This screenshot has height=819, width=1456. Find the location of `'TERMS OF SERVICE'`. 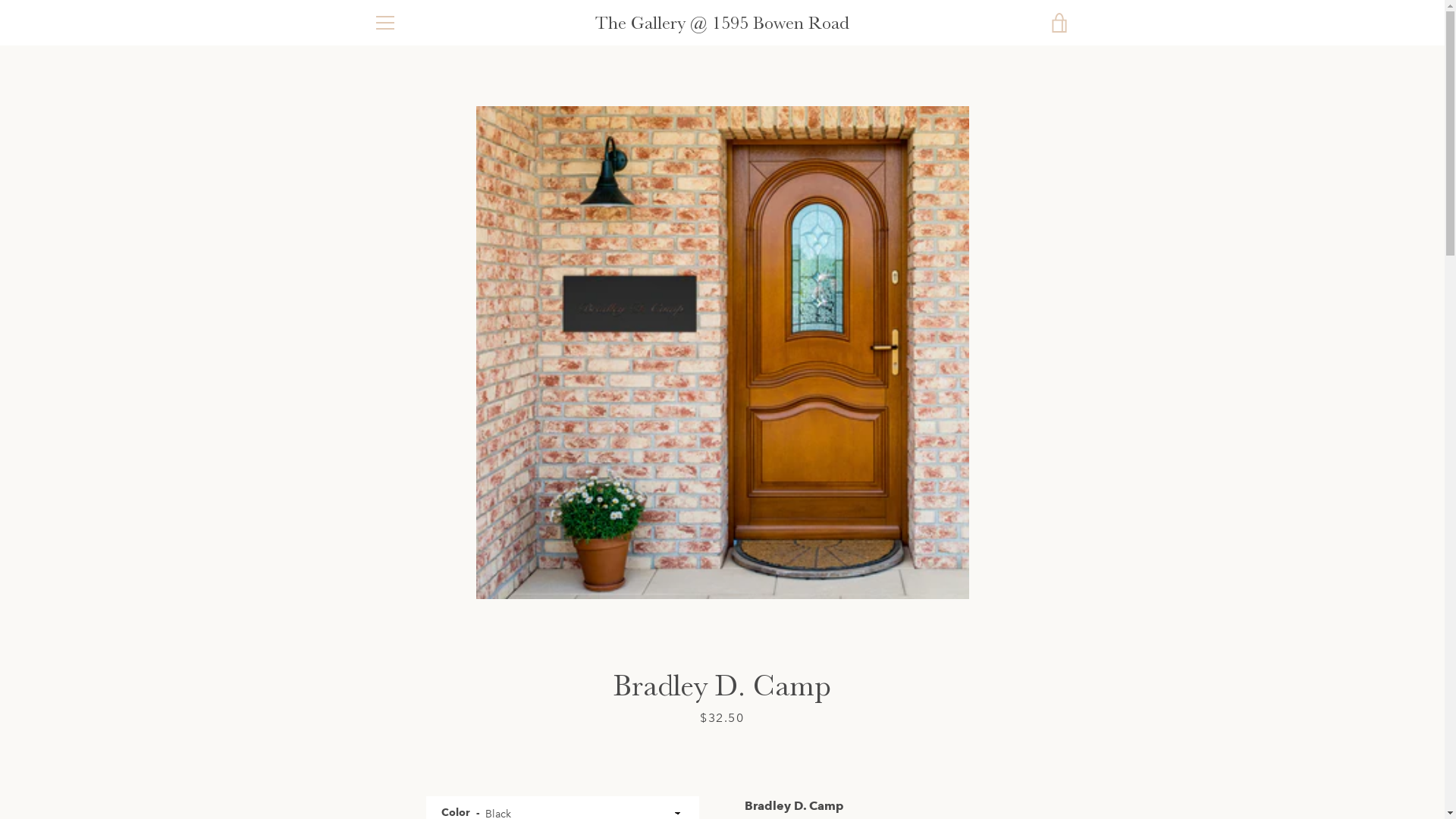

'TERMS OF SERVICE' is located at coordinates (422, 652).